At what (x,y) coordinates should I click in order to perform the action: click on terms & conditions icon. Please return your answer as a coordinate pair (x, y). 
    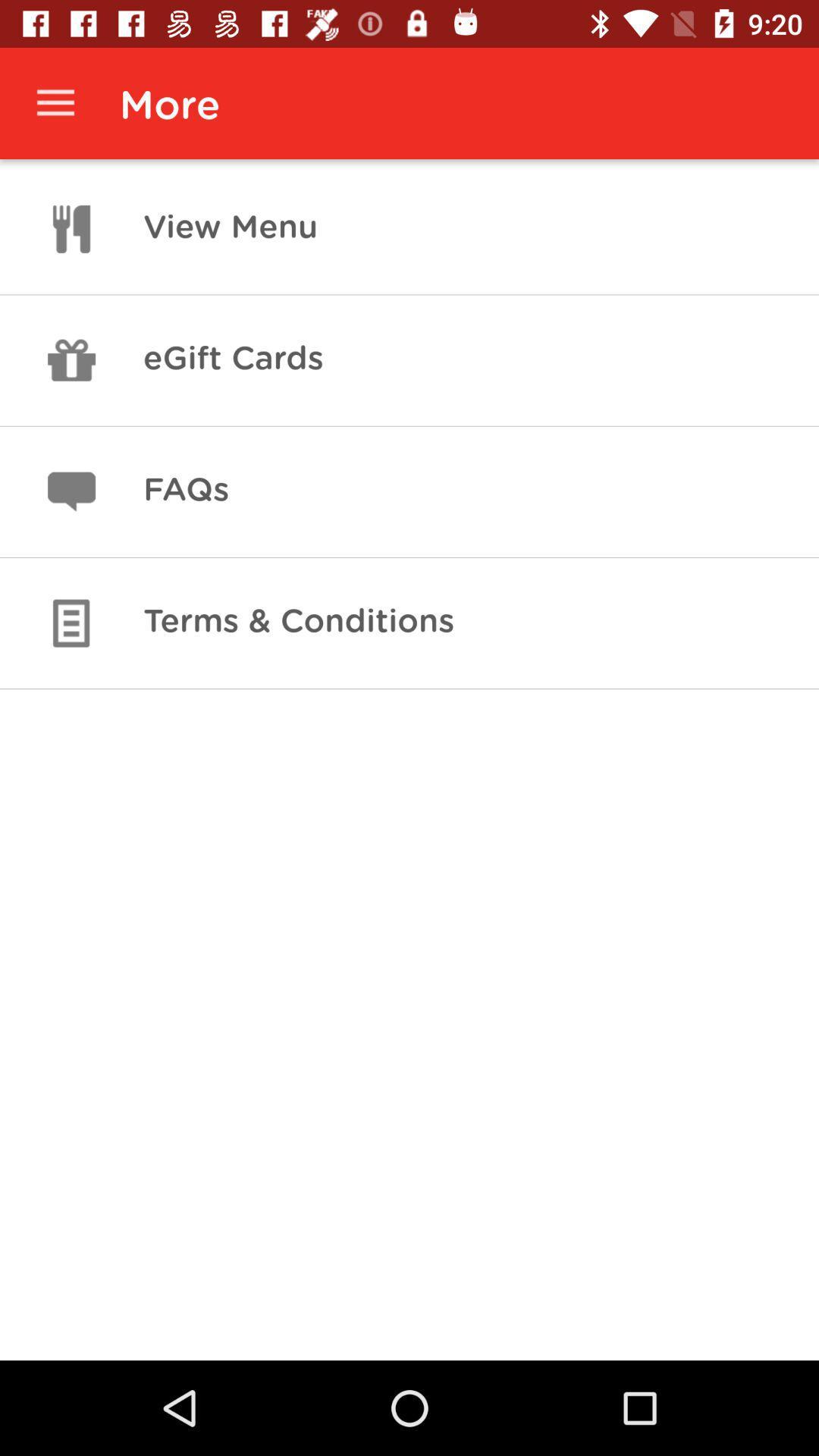
    Looking at the image, I should click on (299, 623).